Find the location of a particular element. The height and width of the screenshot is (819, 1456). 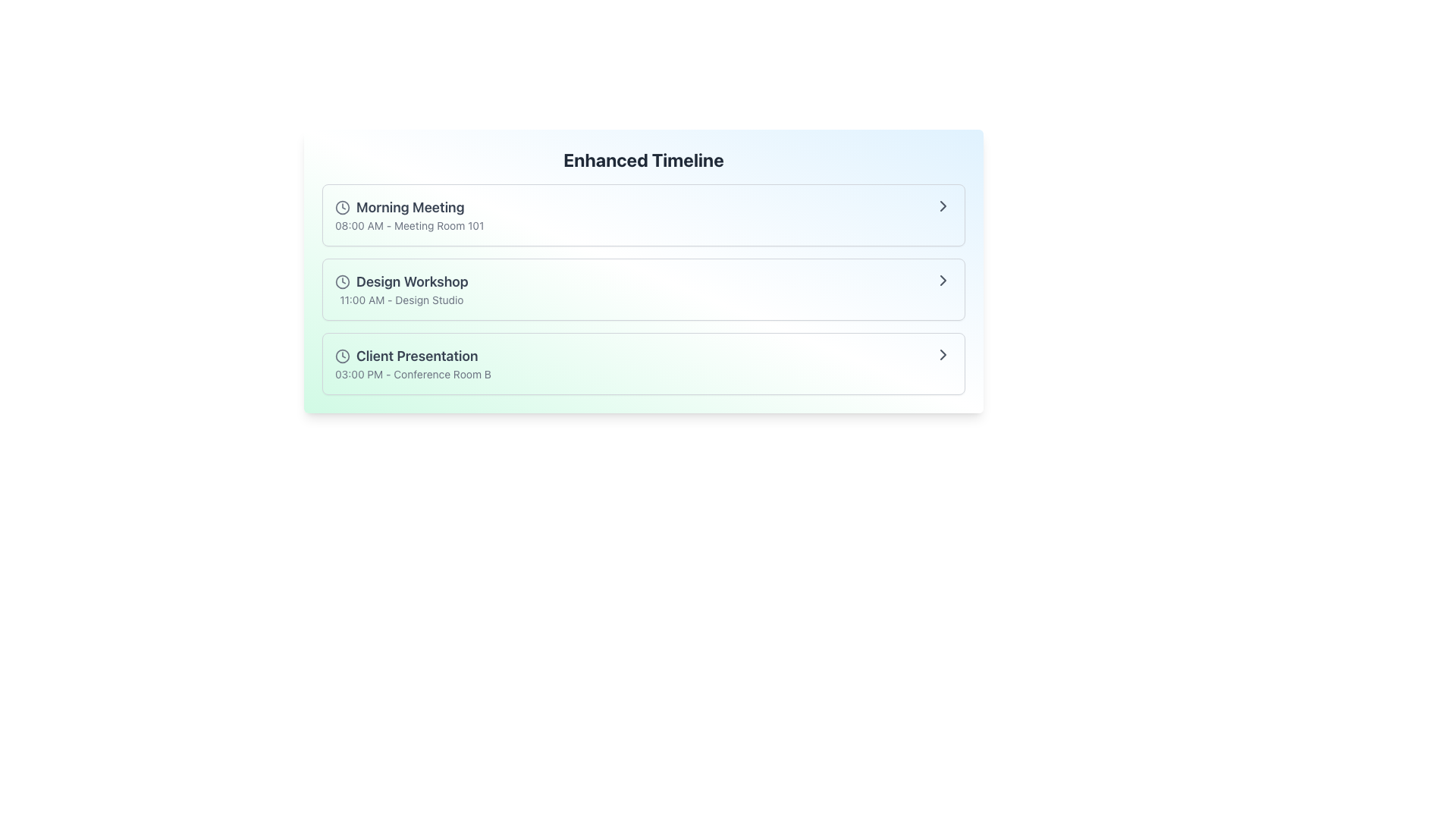

the text block titled 'Design Workshop' that displays the time '11:00 AM - Design Studio' and includes a clock icon, which is the second item in a timeline list is located at coordinates (401, 289).